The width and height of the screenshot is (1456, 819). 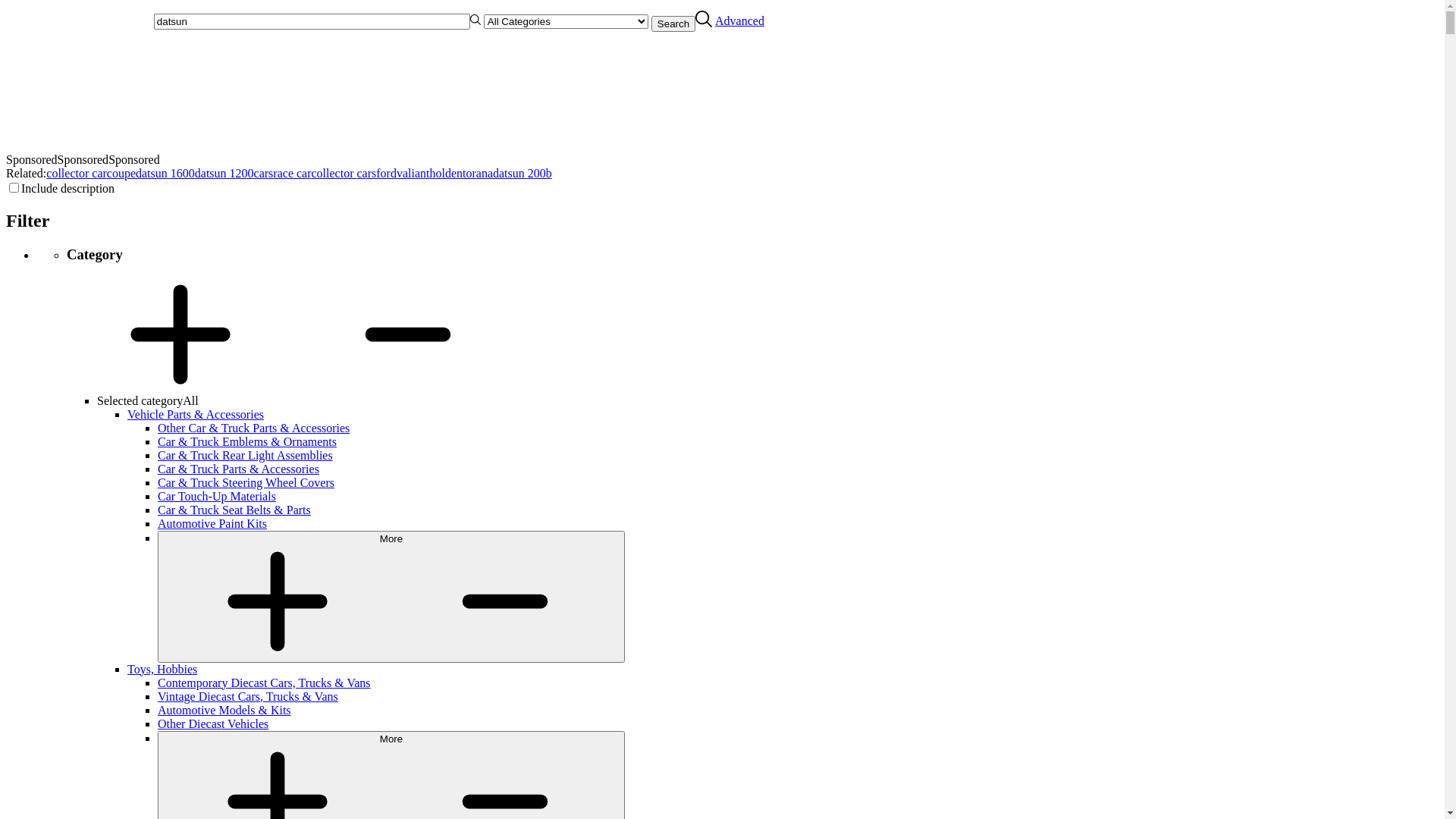 What do you see at coordinates (157, 454) in the screenshot?
I see `'Car & Truck Rear Light Assemblies'` at bounding box center [157, 454].